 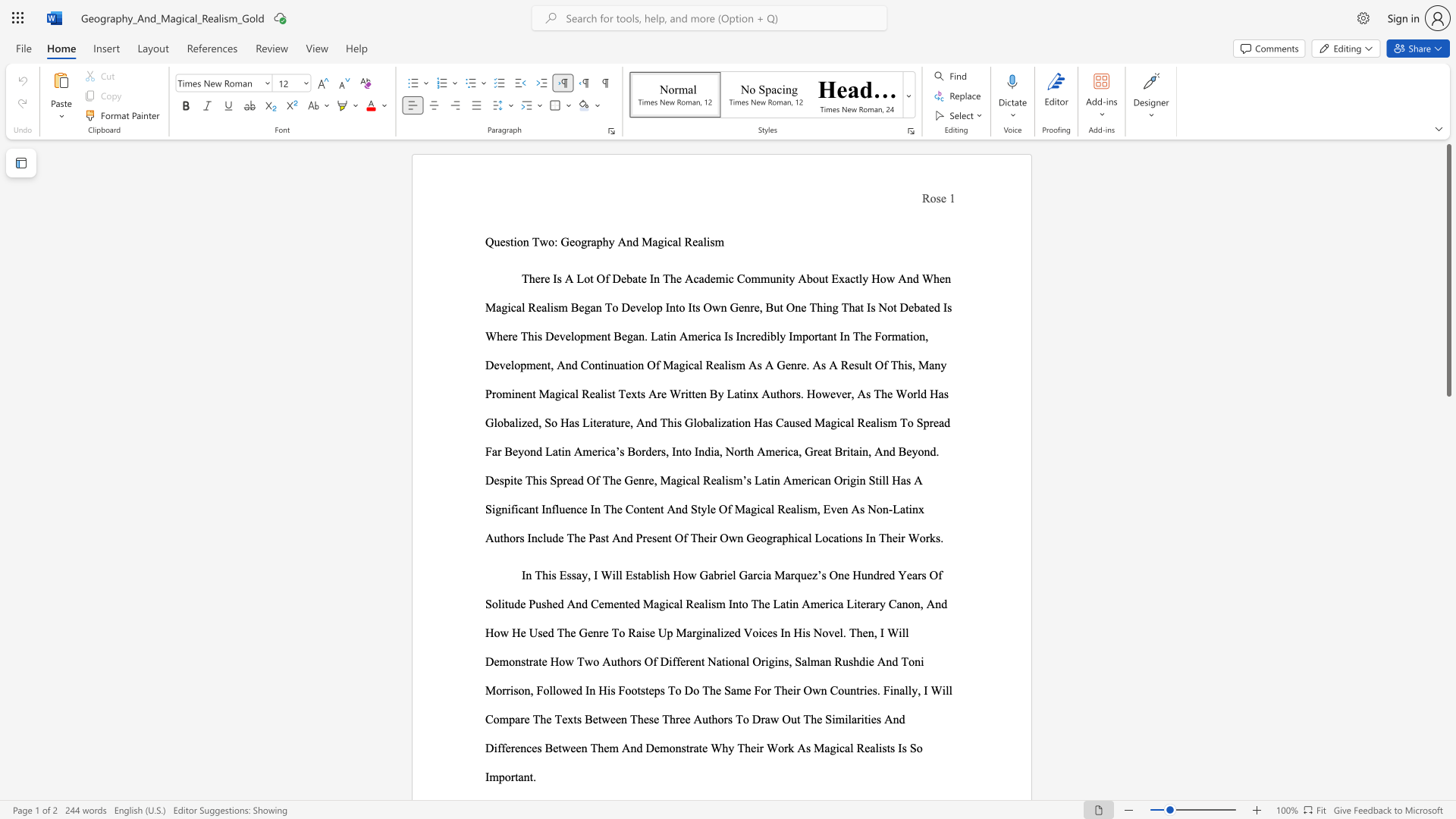 I want to click on the scrollbar on the right to move the page downward, so click(x=1448, y=409).